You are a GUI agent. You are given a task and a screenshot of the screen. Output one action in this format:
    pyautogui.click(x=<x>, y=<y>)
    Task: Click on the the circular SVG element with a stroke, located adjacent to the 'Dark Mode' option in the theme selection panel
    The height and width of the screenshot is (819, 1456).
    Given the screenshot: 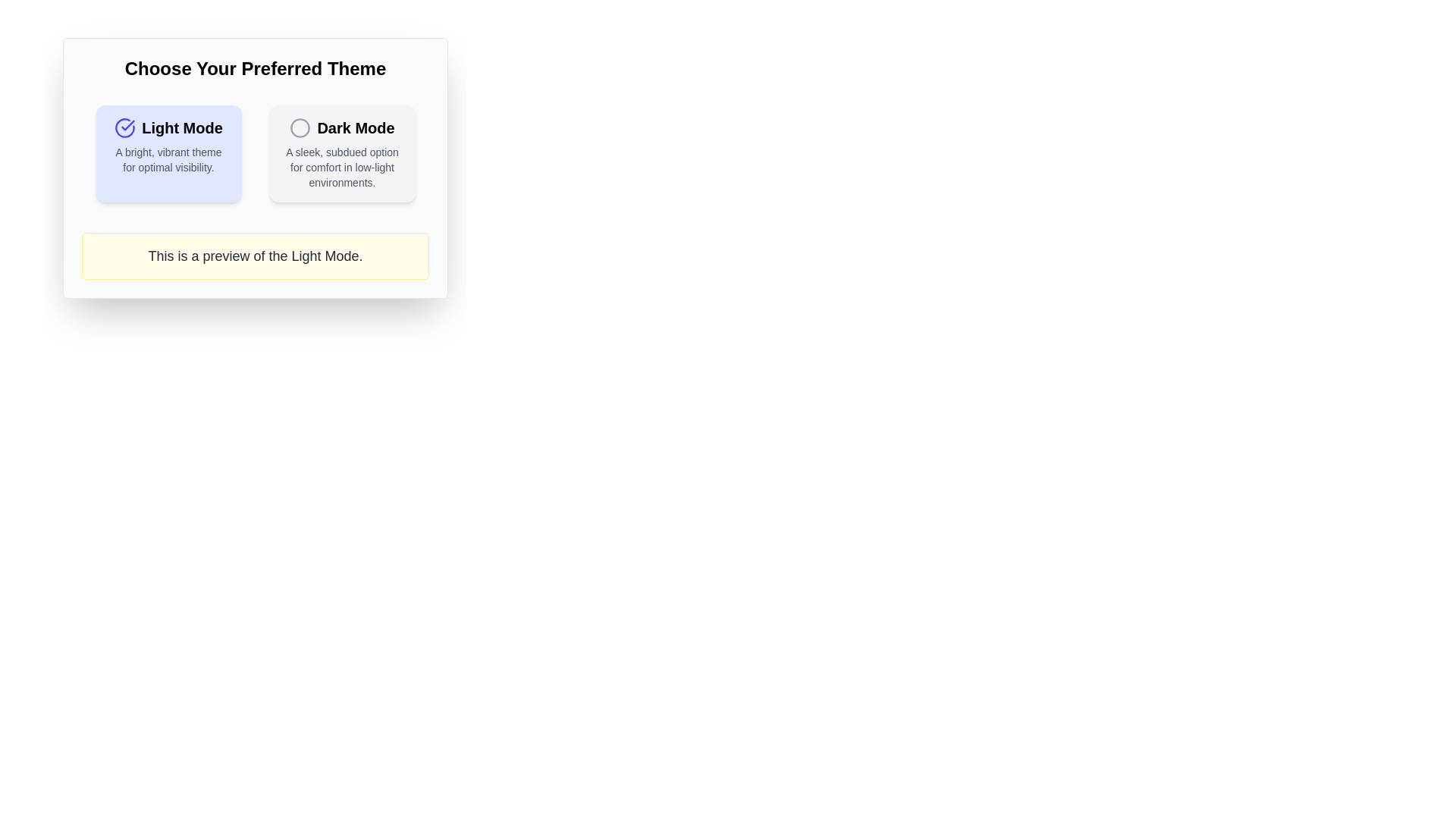 What is the action you would take?
    pyautogui.click(x=300, y=127)
    